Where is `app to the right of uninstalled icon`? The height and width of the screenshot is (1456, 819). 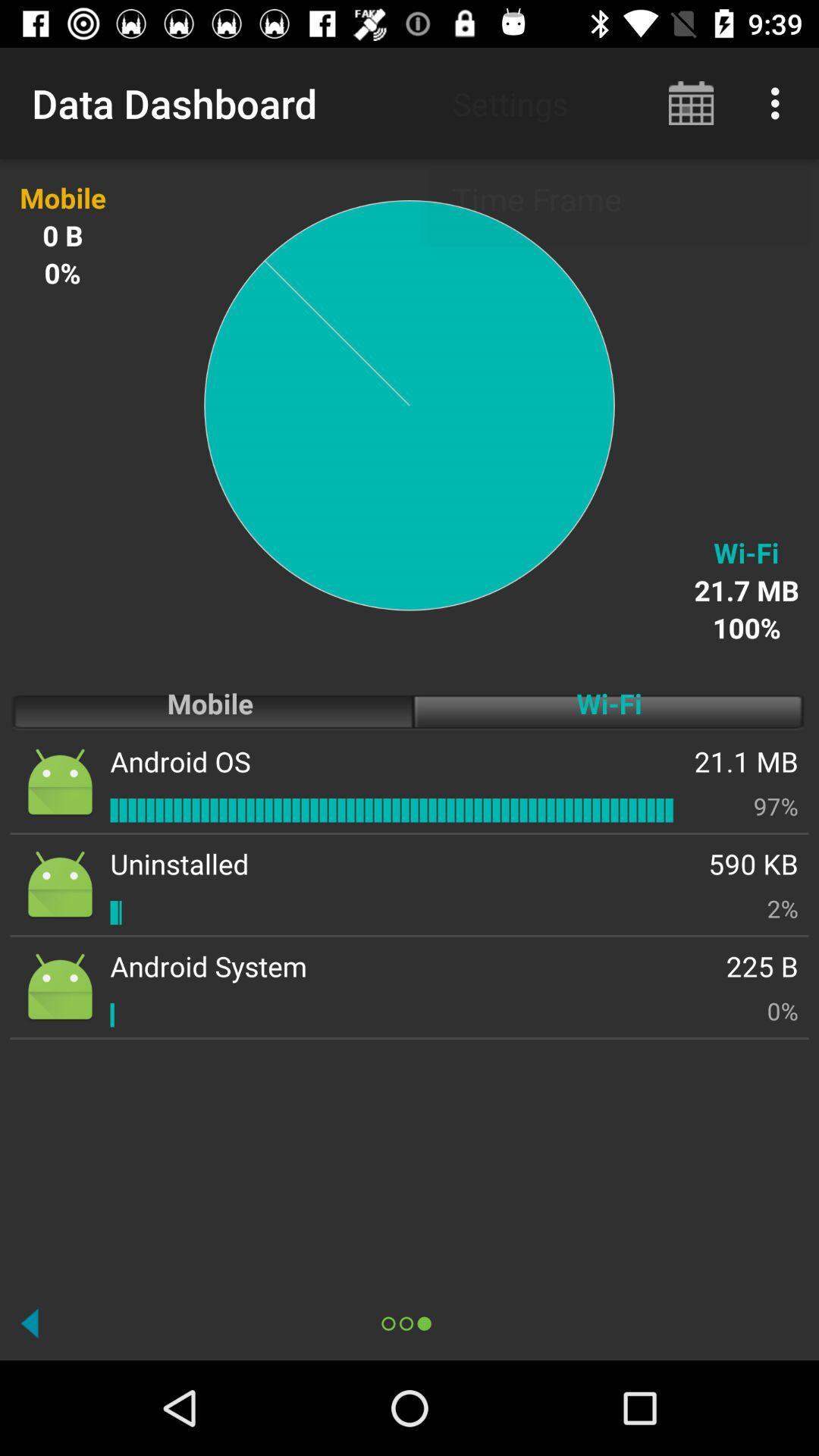 app to the right of uninstalled icon is located at coordinates (753, 864).